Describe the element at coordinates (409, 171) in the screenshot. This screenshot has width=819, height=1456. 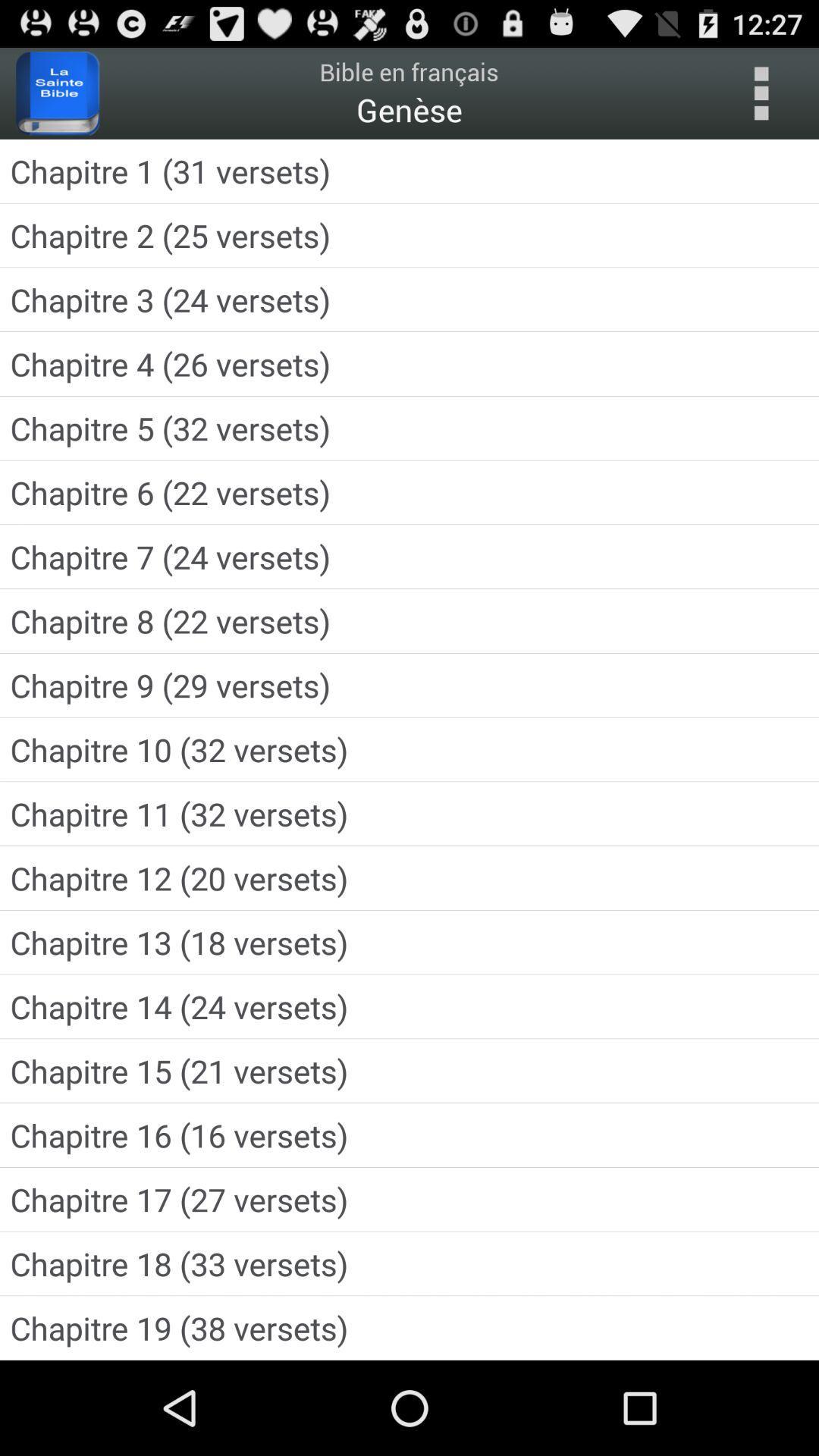
I see `chapitre 1 31` at that location.